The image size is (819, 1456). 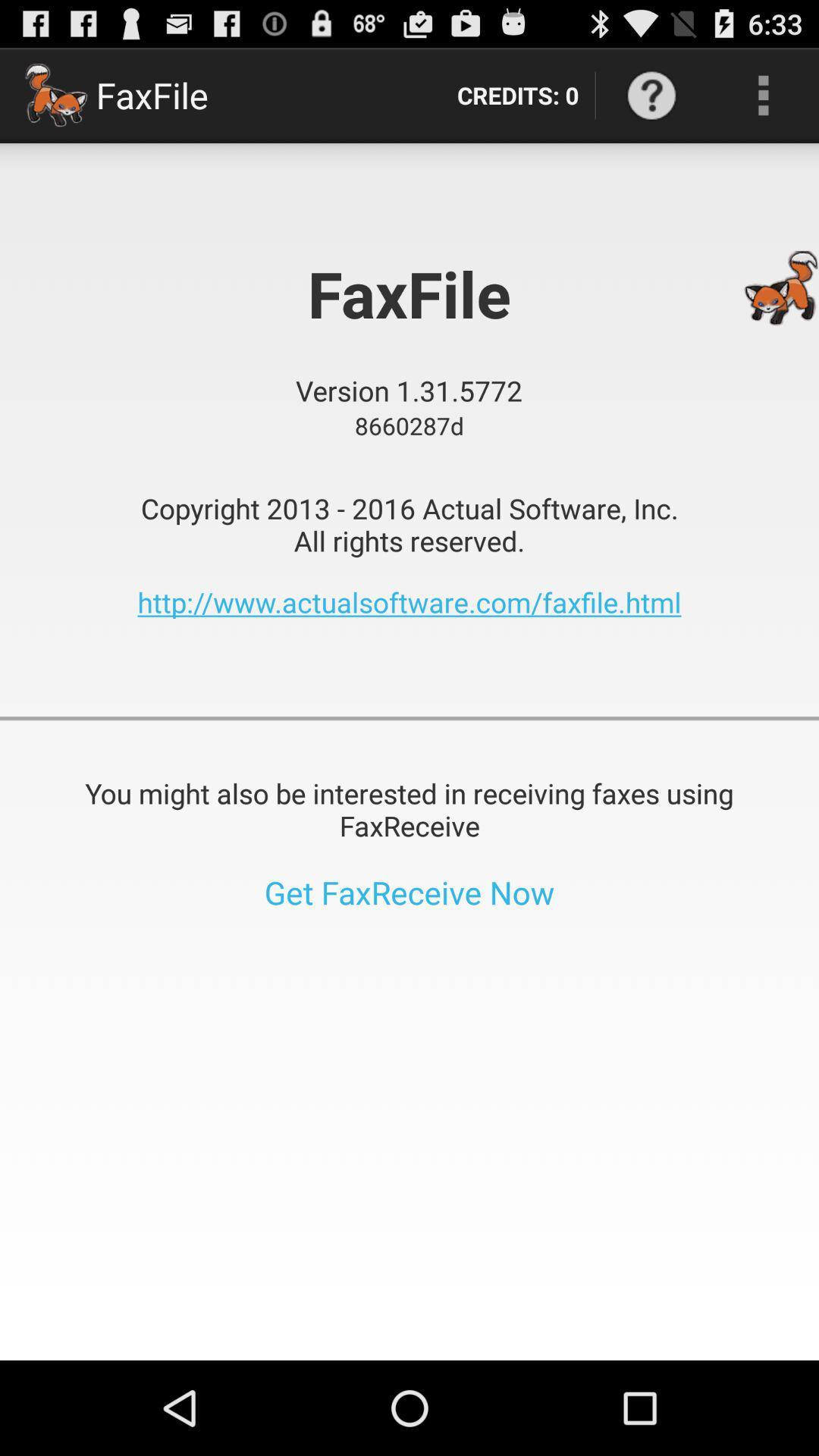 I want to click on app to the right of the faxfile app, so click(x=517, y=94).